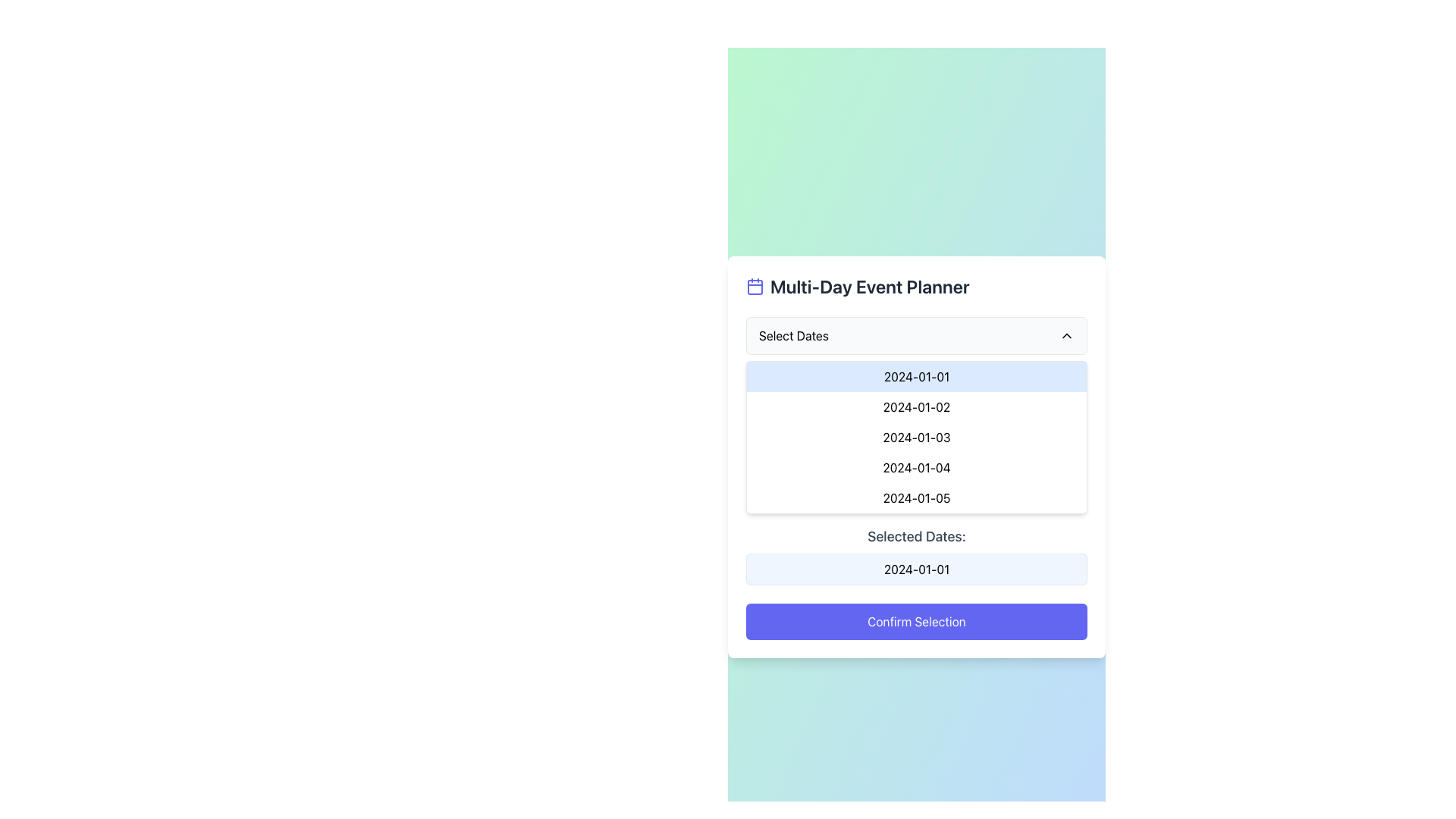 Image resolution: width=1456 pixels, height=819 pixels. I want to click on the upward Chevron icon located to the right of the 'Select Dates' input box, so click(1065, 335).